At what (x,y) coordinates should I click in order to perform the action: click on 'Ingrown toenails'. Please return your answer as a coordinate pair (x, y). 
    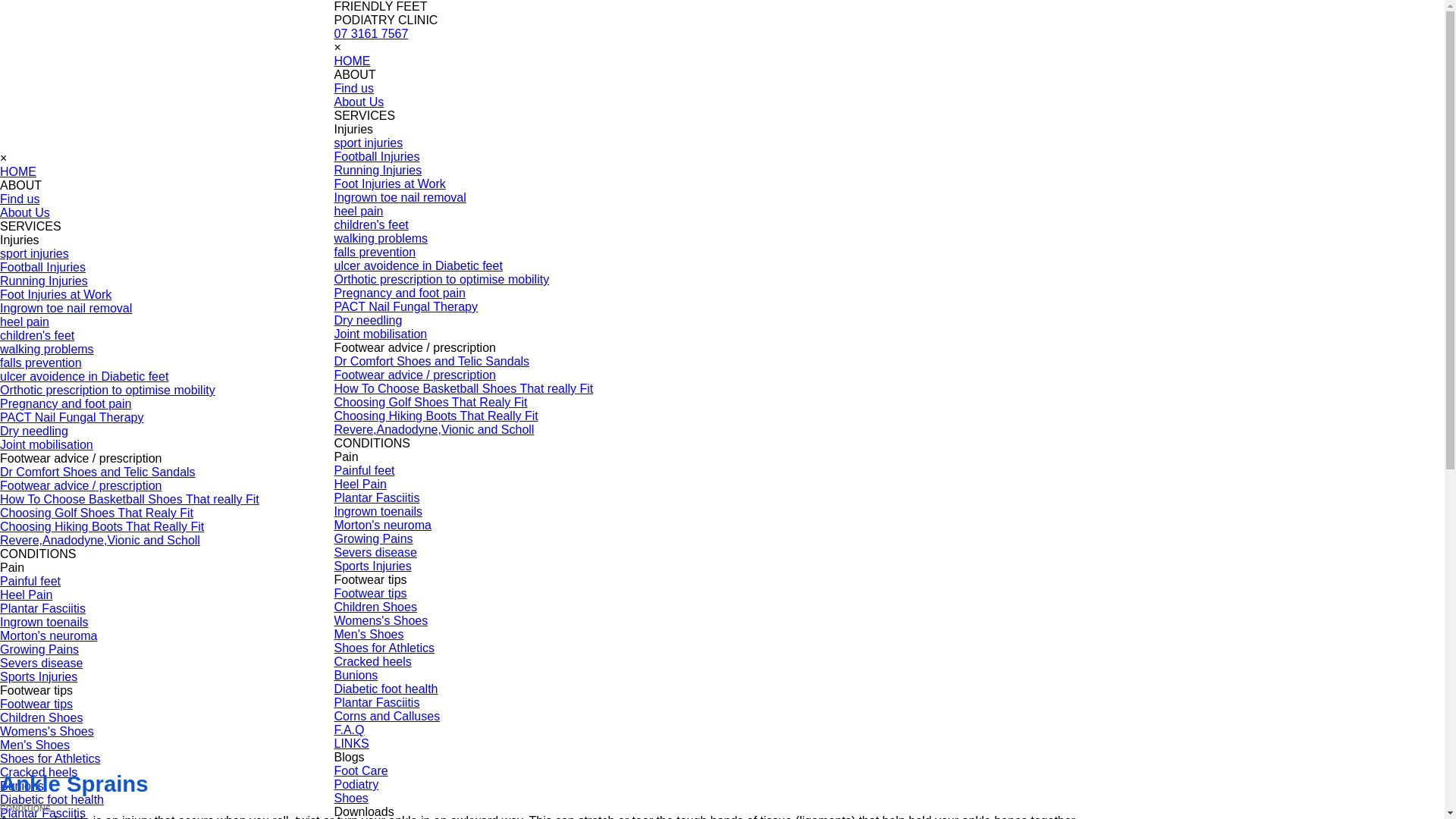
    Looking at the image, I should click on (44, 622).